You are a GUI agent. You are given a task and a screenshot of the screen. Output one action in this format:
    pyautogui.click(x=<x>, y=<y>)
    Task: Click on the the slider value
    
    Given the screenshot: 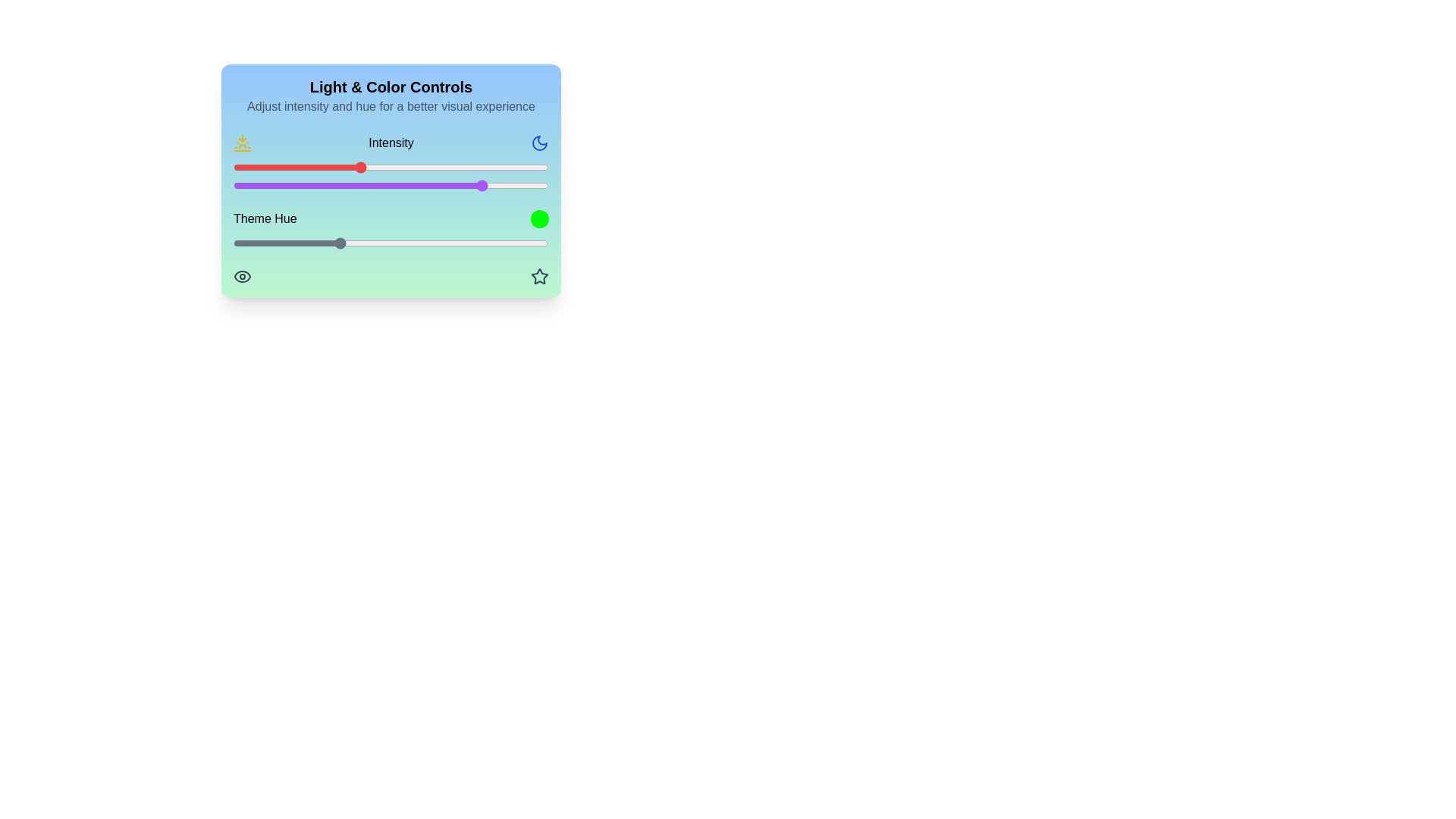 What is the action you would take?
    pyautogui.click(x=337, y=242)
    